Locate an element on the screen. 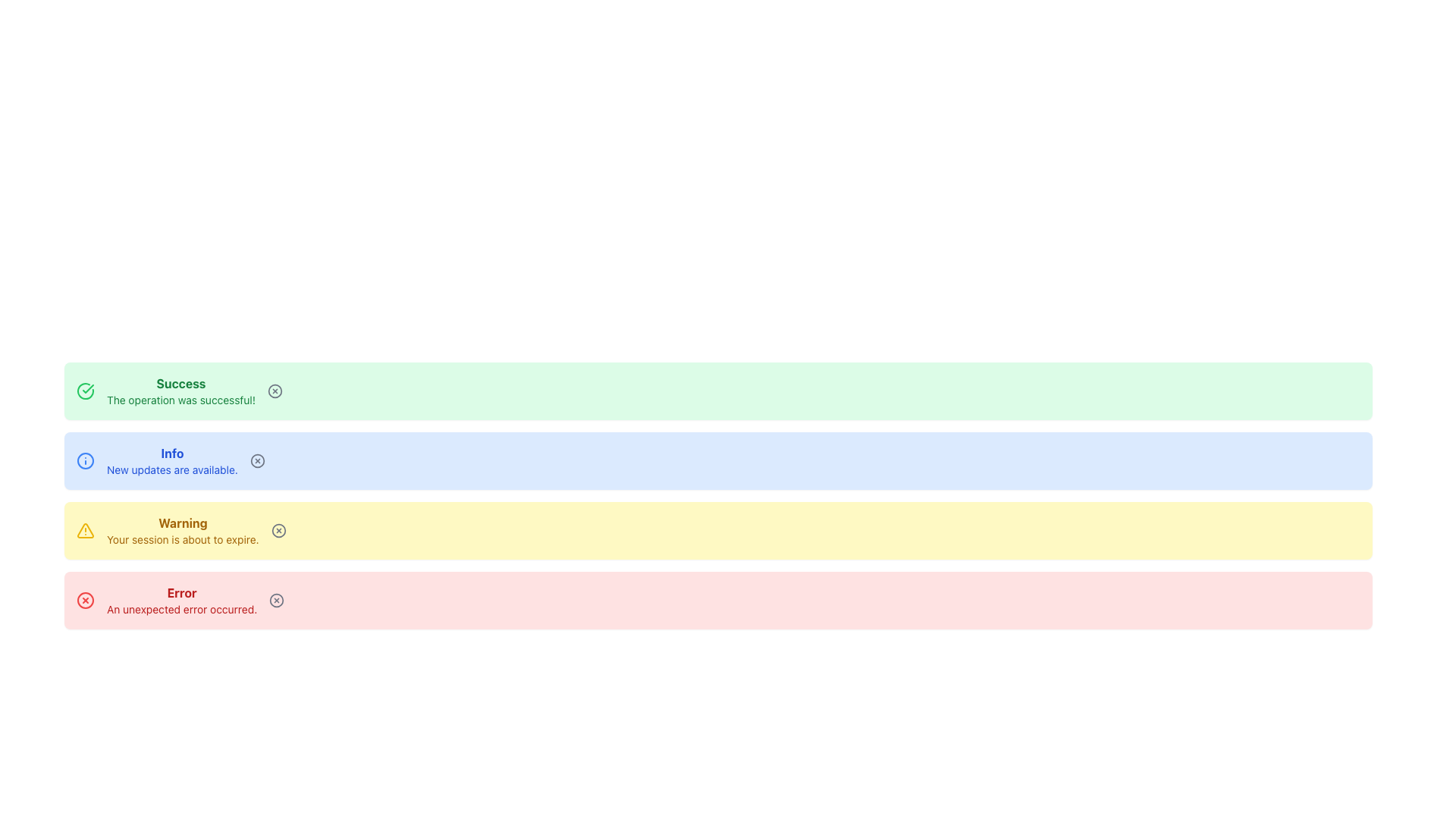 Image resolution: width=1456 pixels, height=819 pixels. the dismiss button located at the right end of the yellow warning notification next to the text 'Your session is about to expire.' is located at coordinates (278, 529).